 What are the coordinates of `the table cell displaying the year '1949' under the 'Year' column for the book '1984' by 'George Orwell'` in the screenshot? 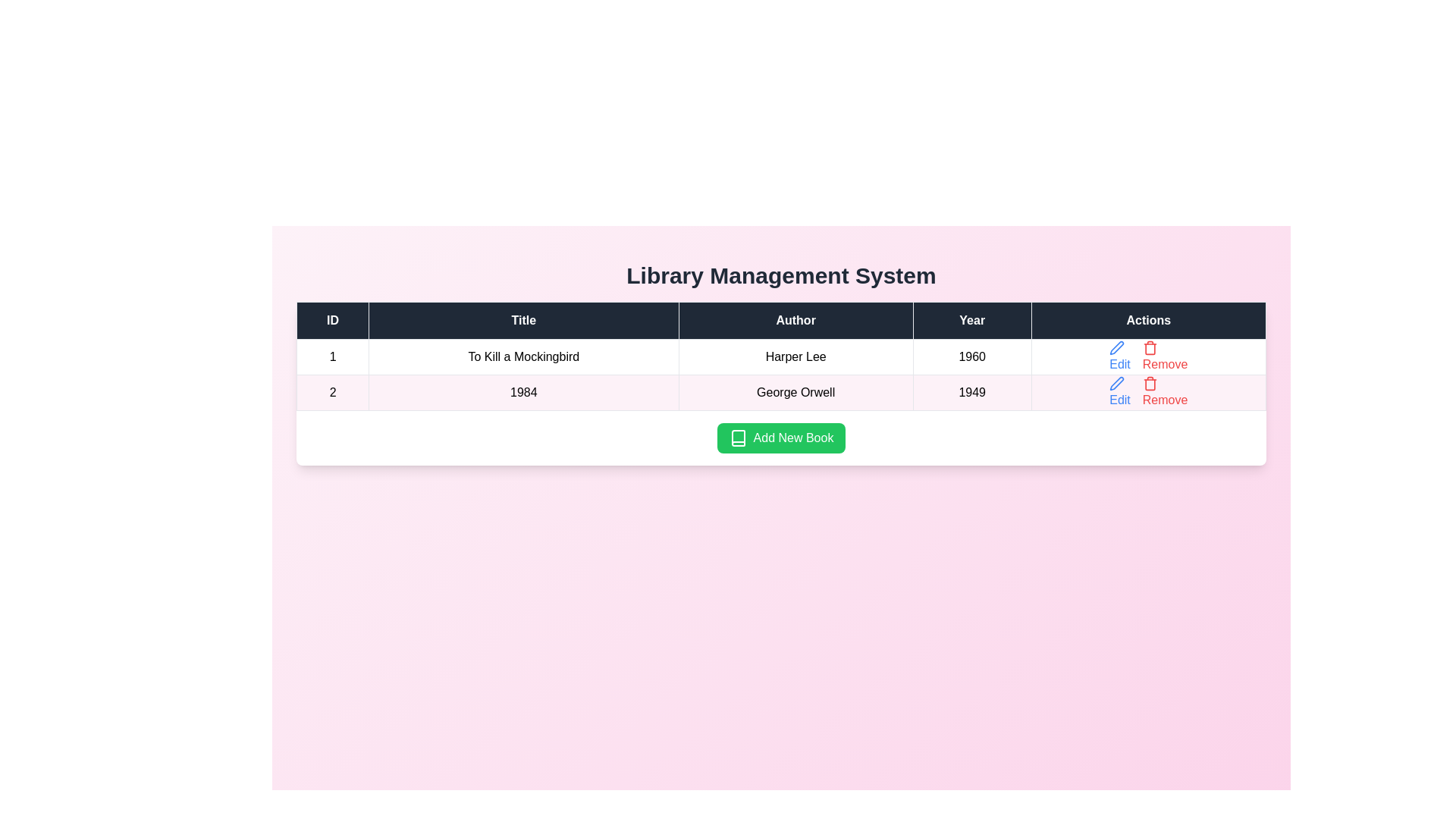 It's located at (972, 391).